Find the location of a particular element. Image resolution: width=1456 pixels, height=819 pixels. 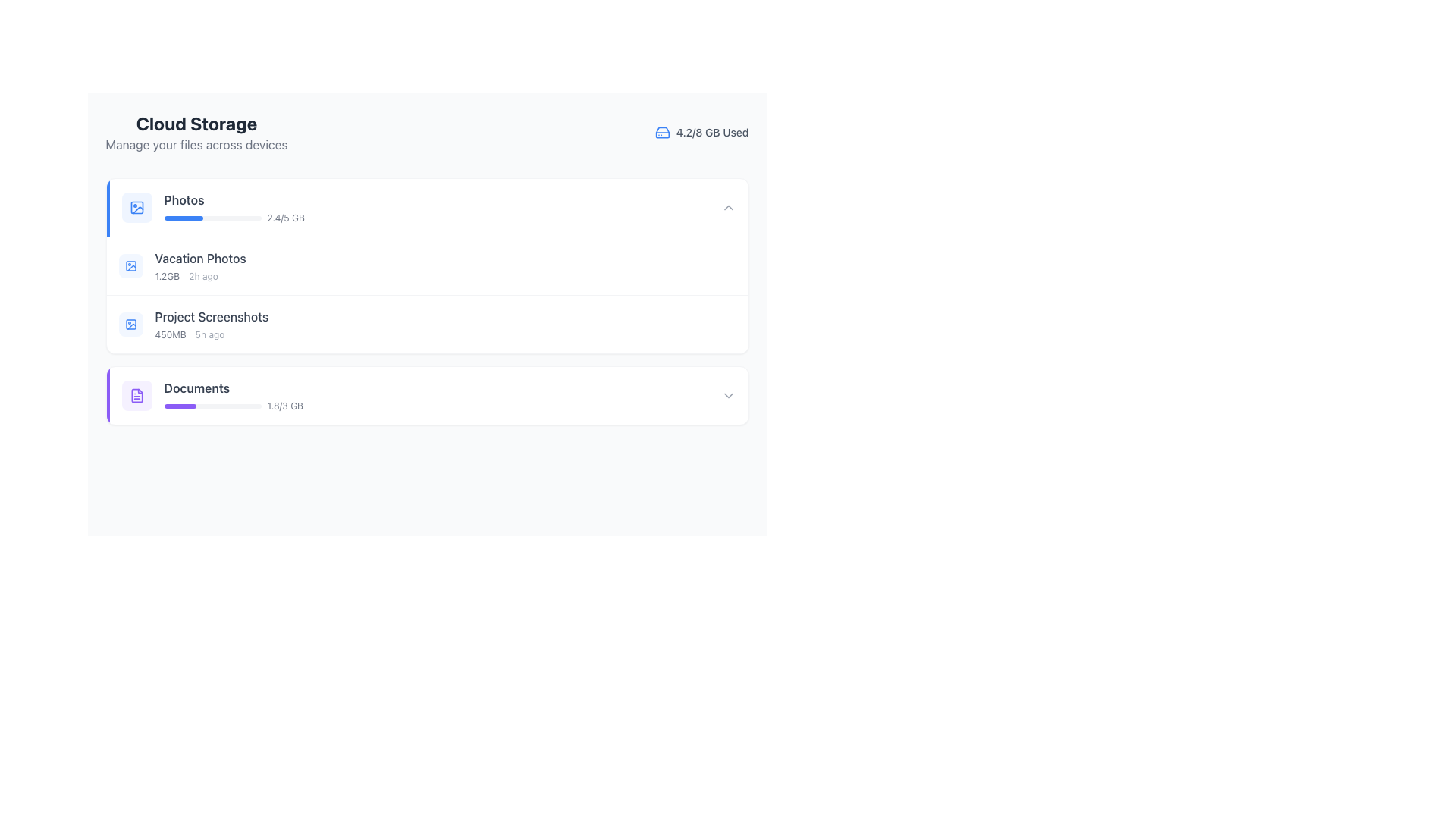

the SVG-based image icon representing the 'Photos' section, which is located at the top-left of the 'Photos' list item is located at coordinates (136, 207).